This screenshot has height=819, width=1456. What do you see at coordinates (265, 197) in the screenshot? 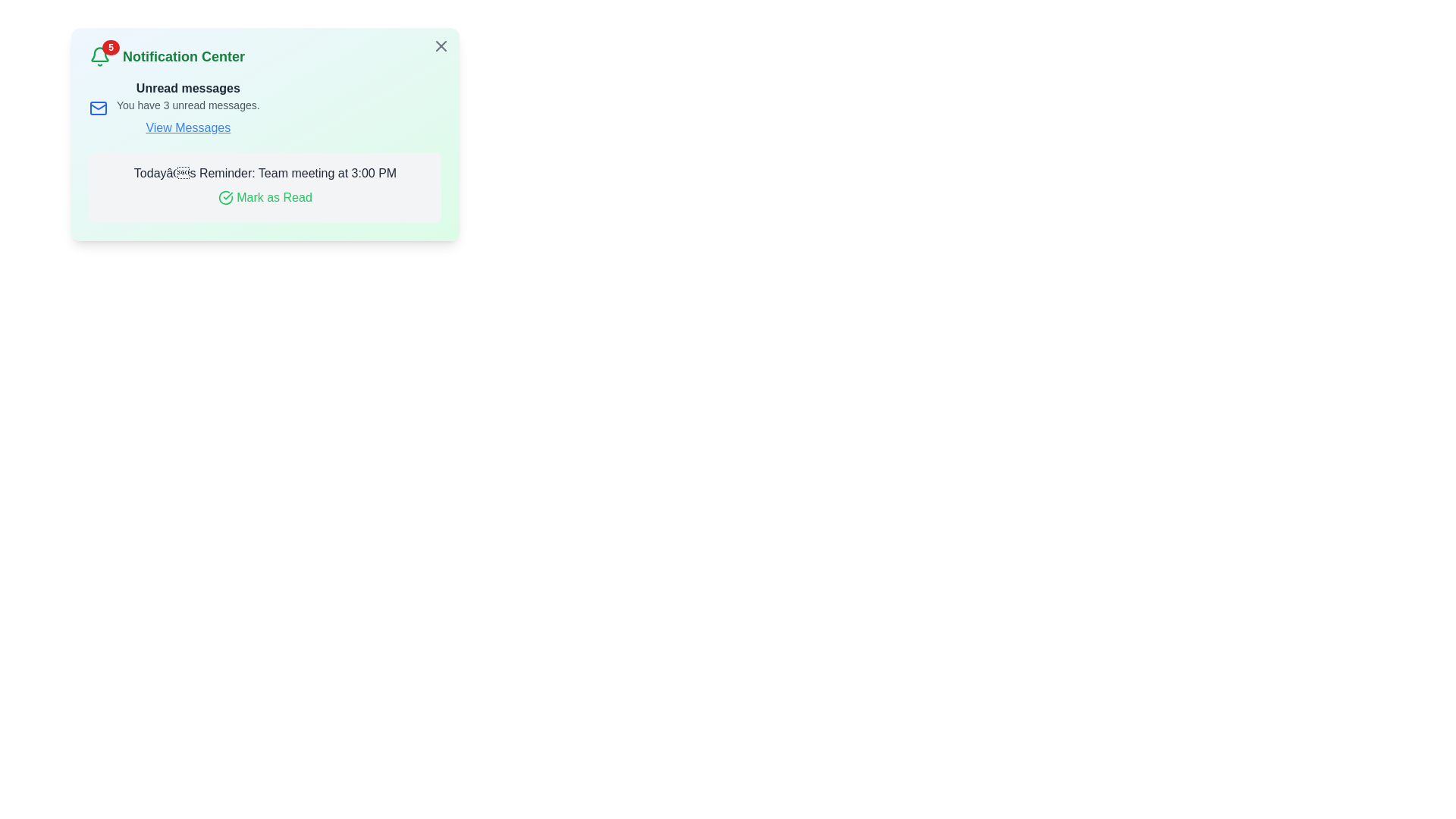
I see `the 'Mark as Read' button located in the notification center panel, which is identified by its green styled text and green checkmark icon, to mark the notification as read` at bounding box center [265, 197].